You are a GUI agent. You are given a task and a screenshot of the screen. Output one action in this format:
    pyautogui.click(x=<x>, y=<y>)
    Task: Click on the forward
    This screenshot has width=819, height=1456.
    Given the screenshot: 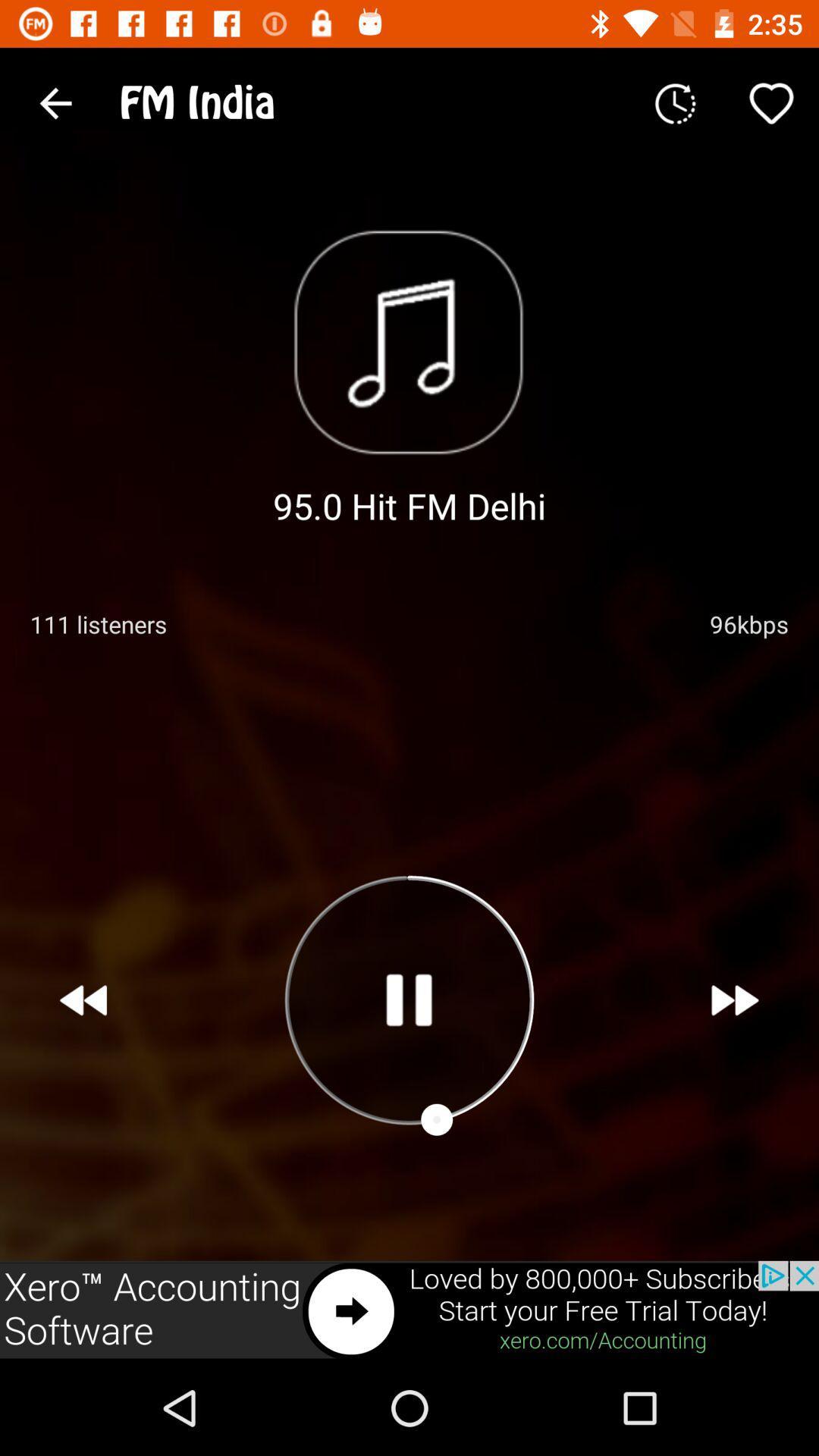 What is the action you would take?
    pyautogui.click(x=734, y=1000)
    